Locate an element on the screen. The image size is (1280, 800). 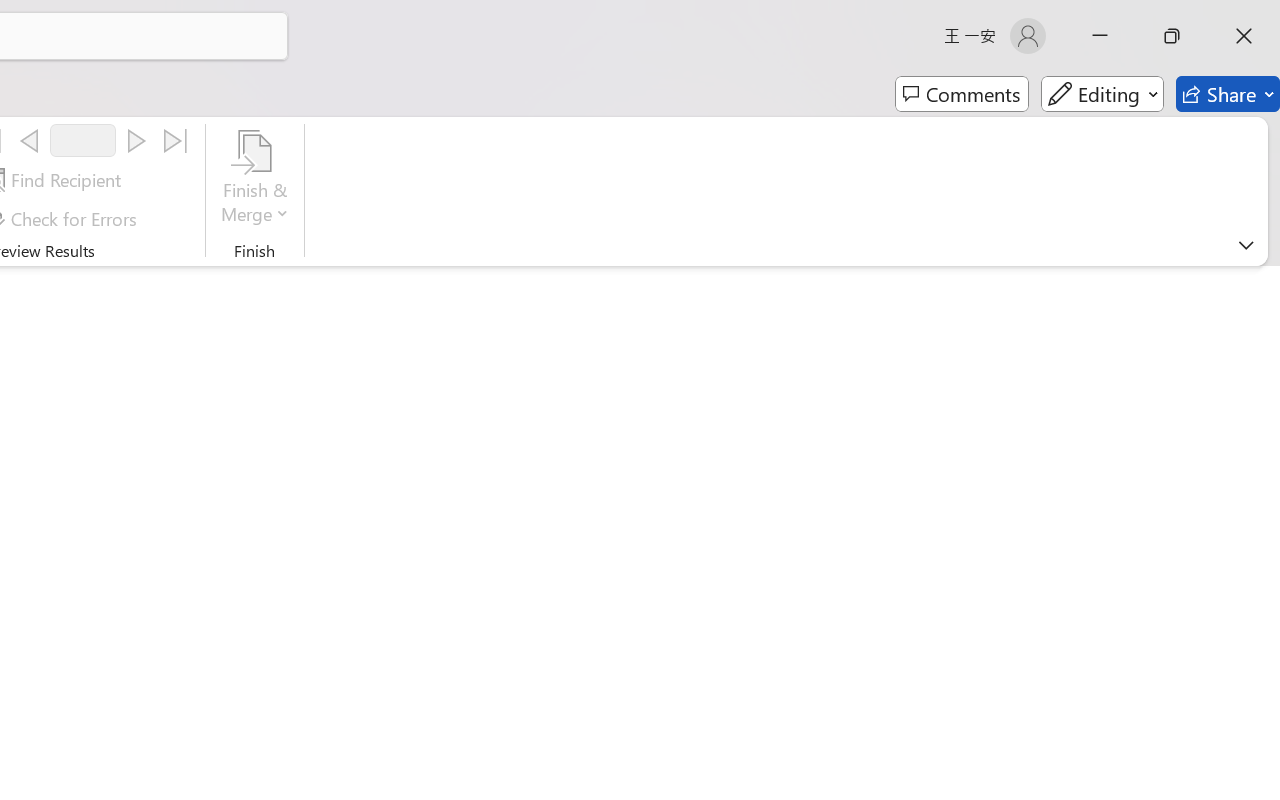
'Share' is located at coordinates (1227, 94).